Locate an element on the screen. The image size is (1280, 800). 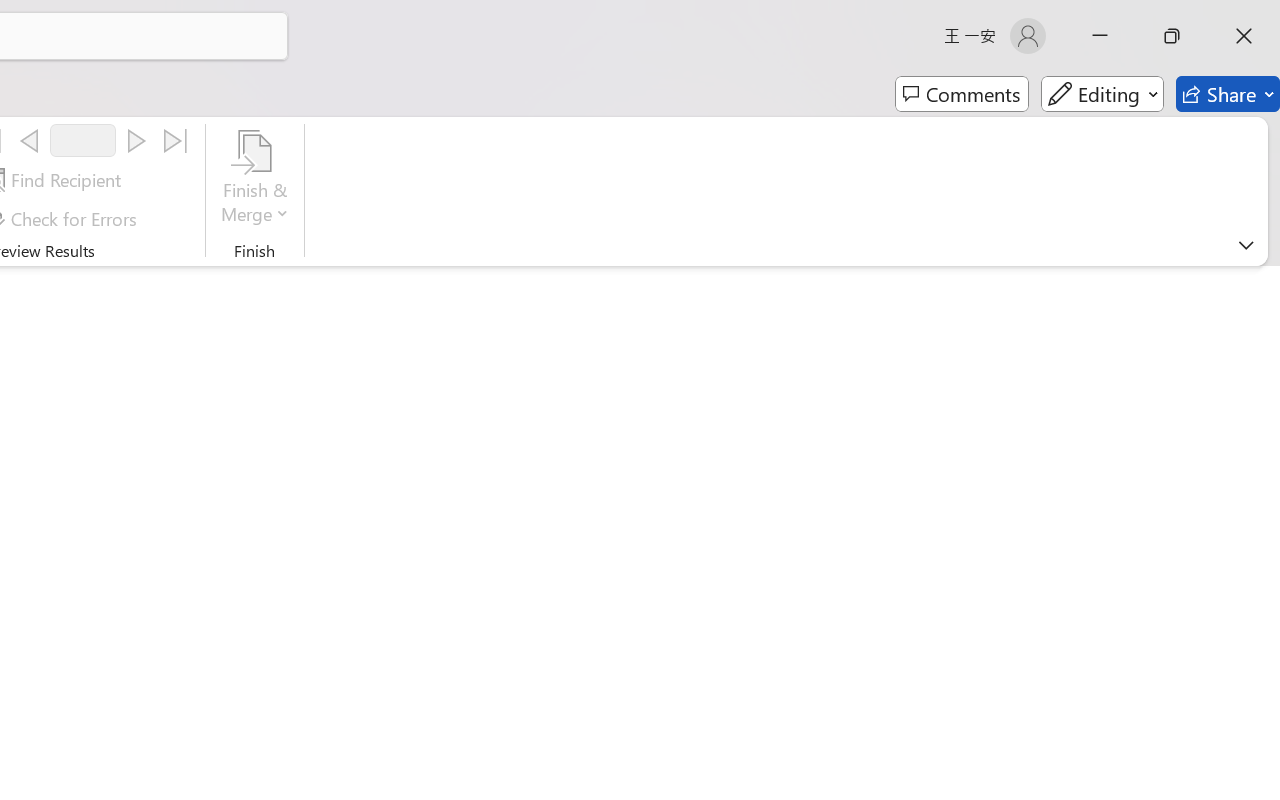
'Share' is located at coordinates (1227, 94).